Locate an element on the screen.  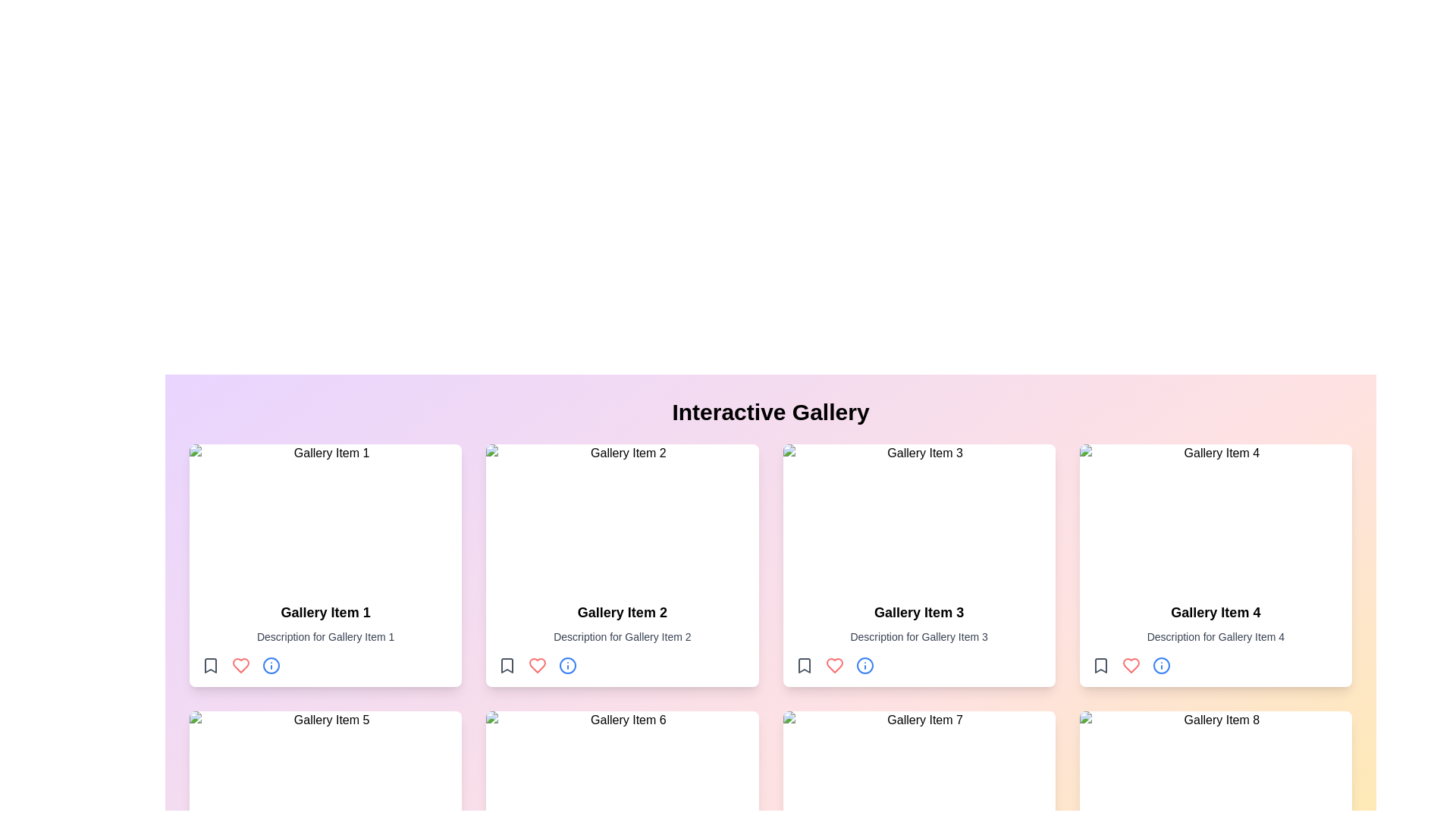
the gallery card component that displays visual and textual information about an item, located in the second column of the first row of the grid layout is located at coordinates (622, 565).